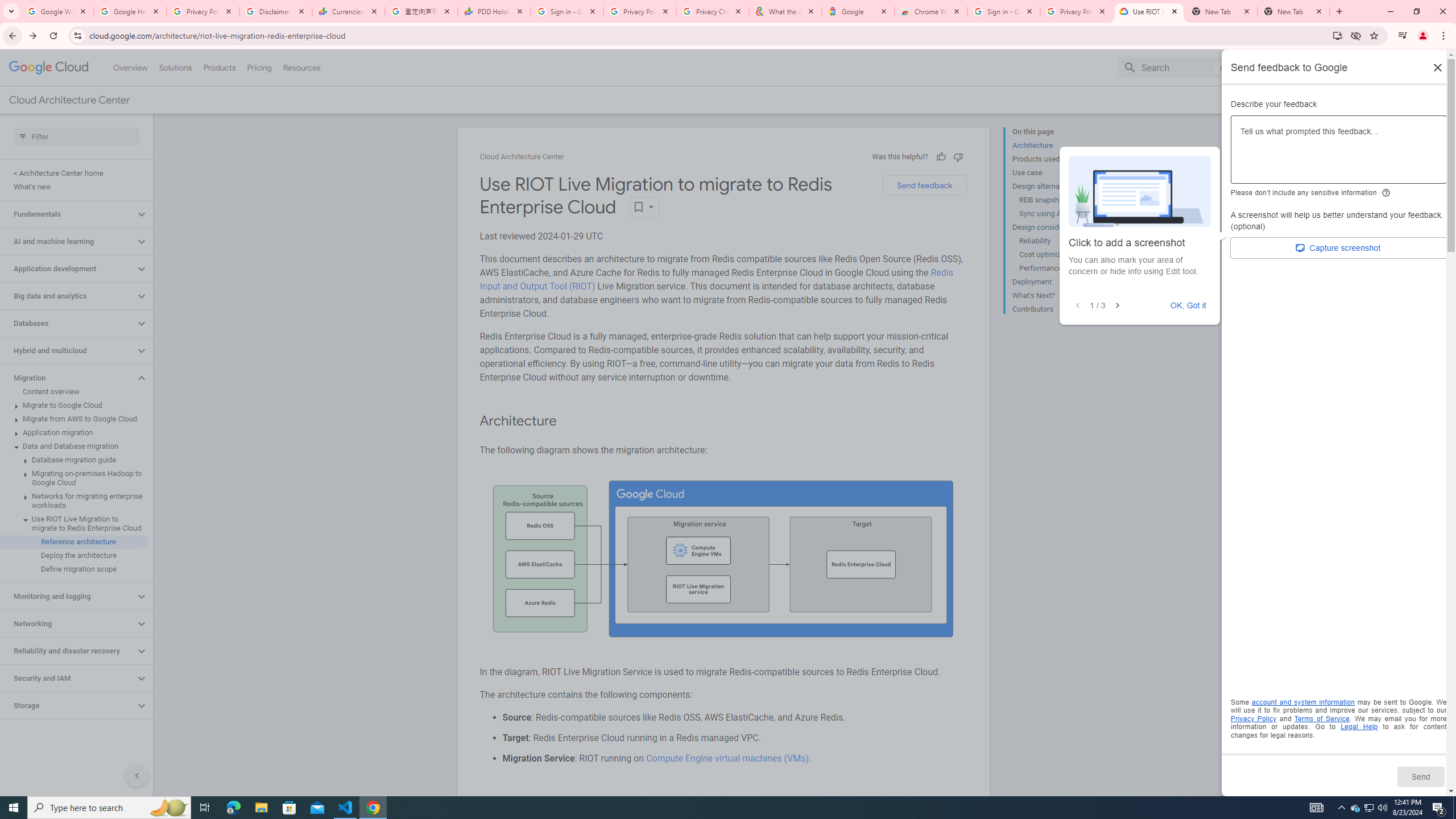 The image size is (1456, 819). Describe the element at coordinates (74, 187) in the screenshot. I see `'What'` at that location.